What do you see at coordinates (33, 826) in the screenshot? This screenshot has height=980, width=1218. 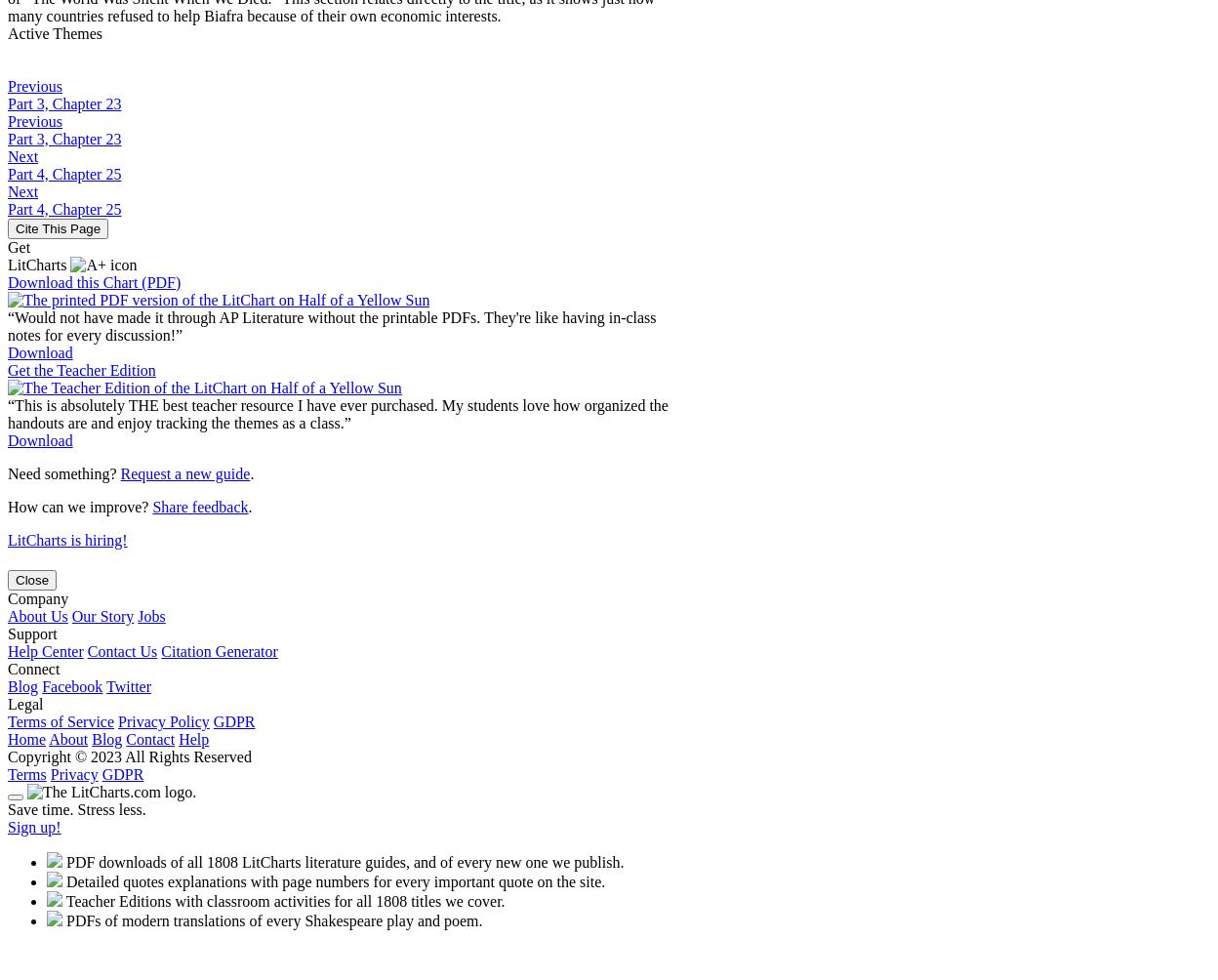 I see `'Sign up!'` at bounding box center [33, 826].